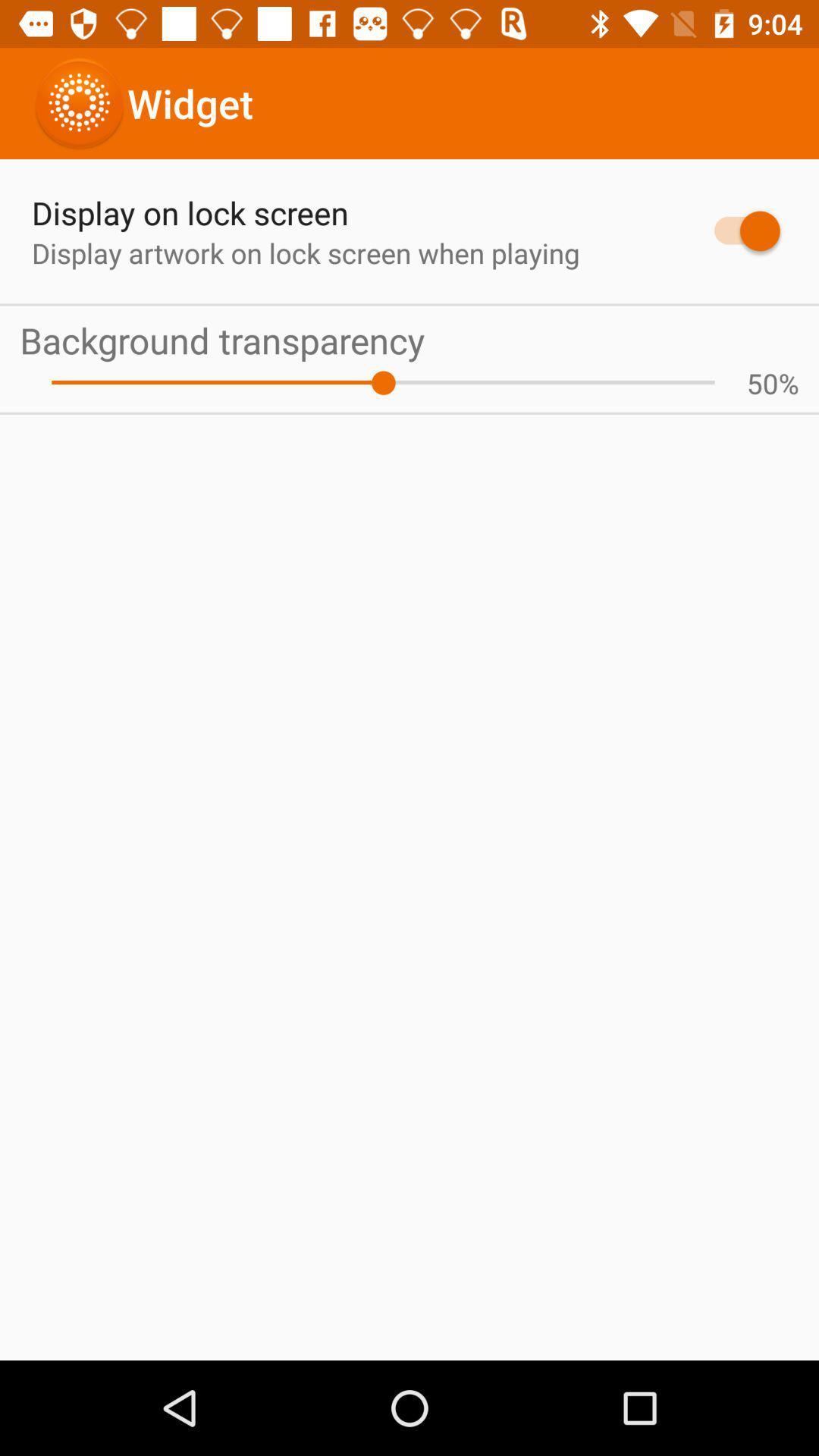 The width and height of the screenshot is (819, 1456). I want to click on the % icon, so click(788, 383).